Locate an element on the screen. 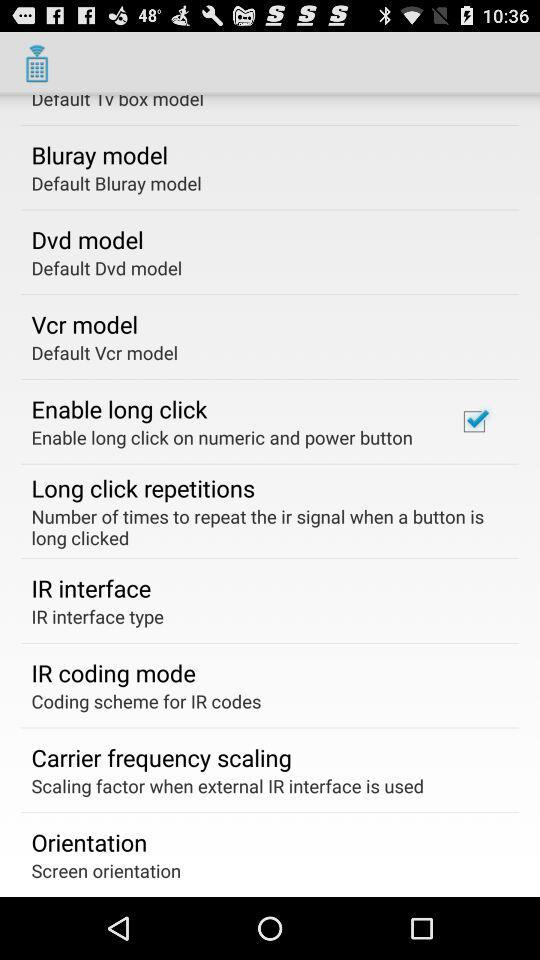 This screenshot has width=540, height=960. the scaling factor when is located at coordinates (226, 785).